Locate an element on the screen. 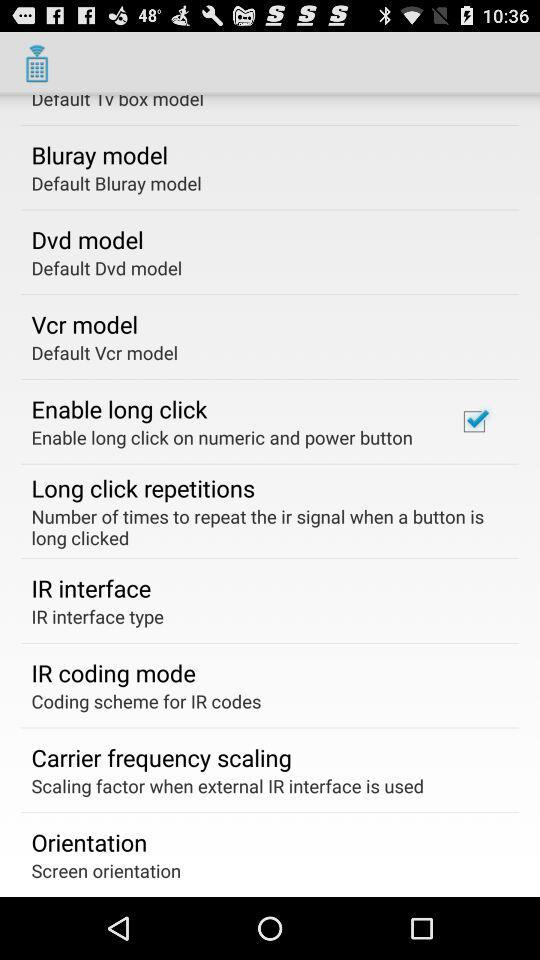 This screenshot has width=540, height=960. the scaling factor when is located at coordinates (226, 785).